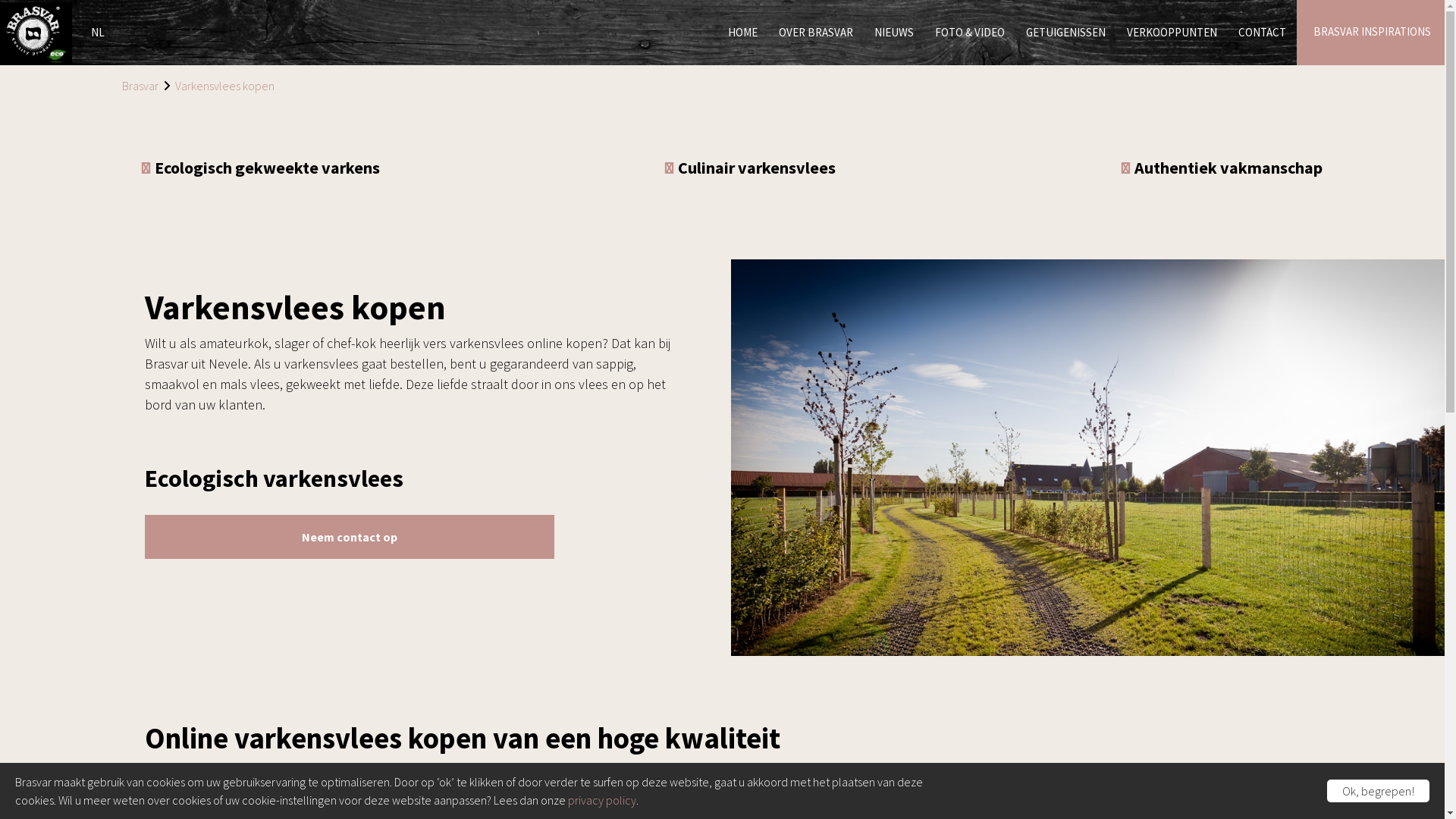  Describe the element at coordinates (97, 34) in the screenshot. I see `'NL'` at that location.